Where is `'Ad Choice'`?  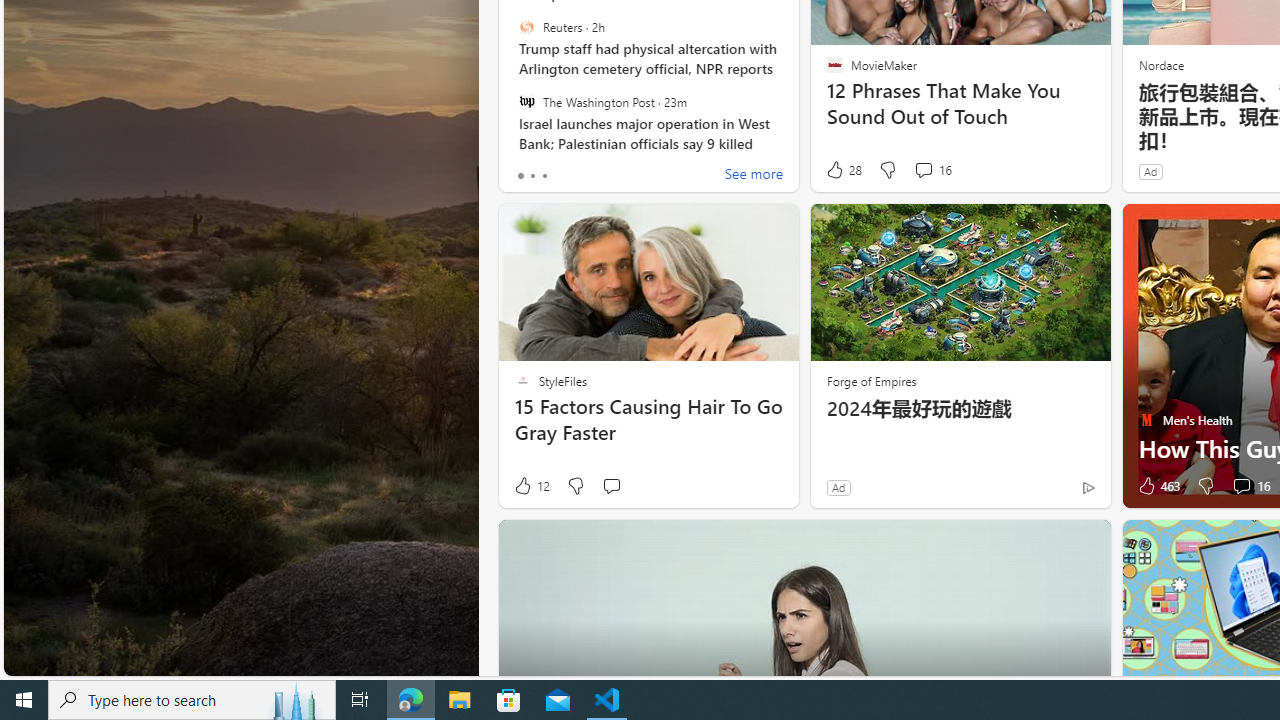
'Ad Choice' is located at coordinates (1087, 487).